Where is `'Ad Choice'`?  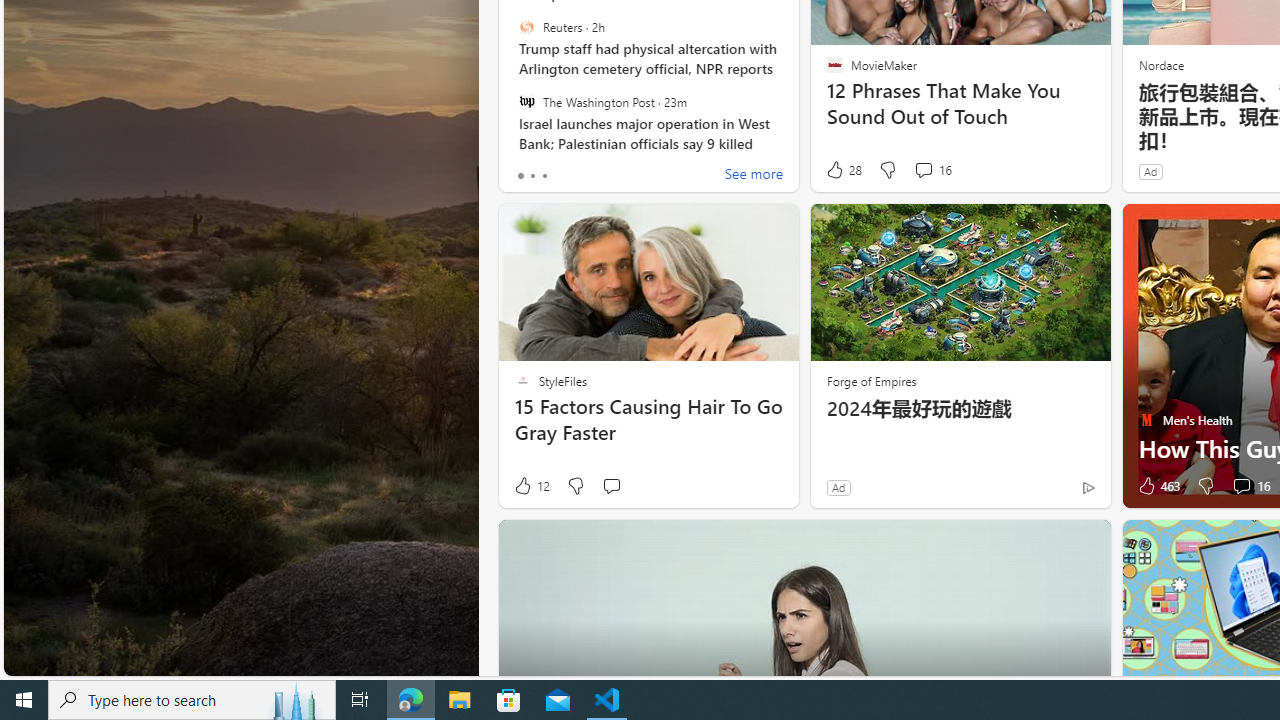
'Ad Choice' is located at coordinates (1087, 487).